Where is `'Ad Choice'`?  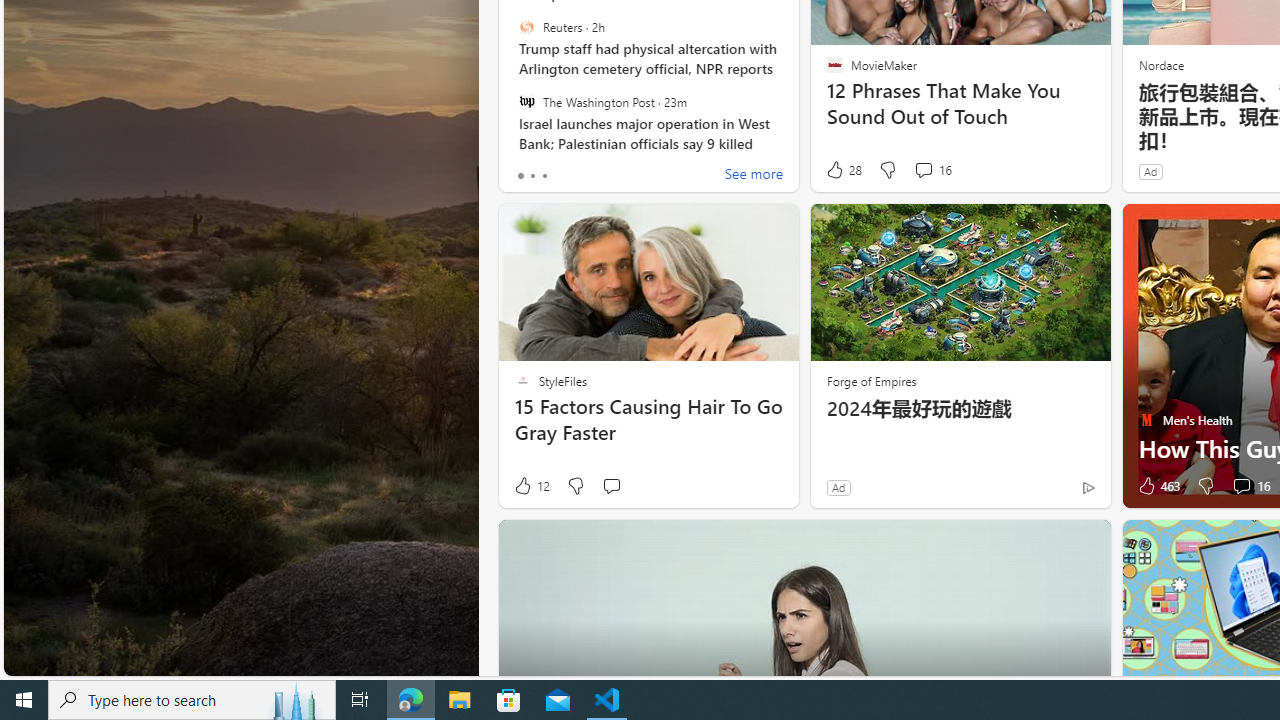
'Ad Choice' is located at coordinates (1087, 487).